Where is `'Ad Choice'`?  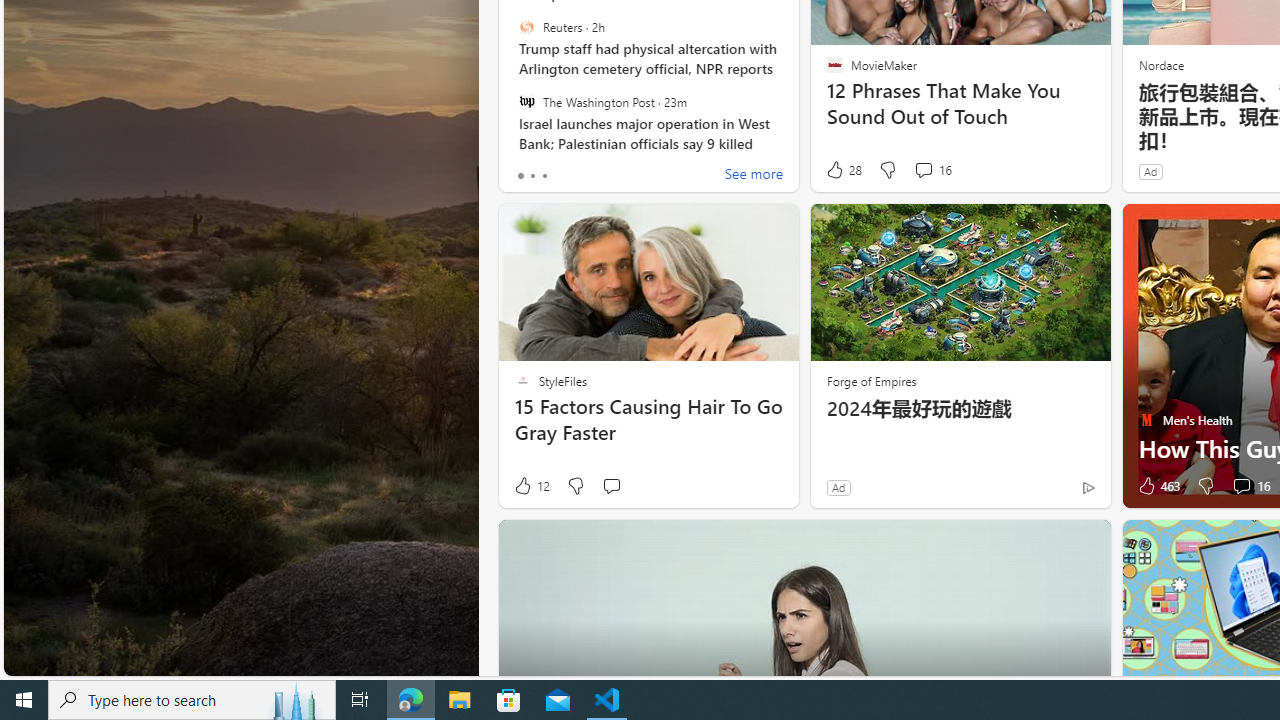
'Ad Choice' is located at coordinates (1087, 487).